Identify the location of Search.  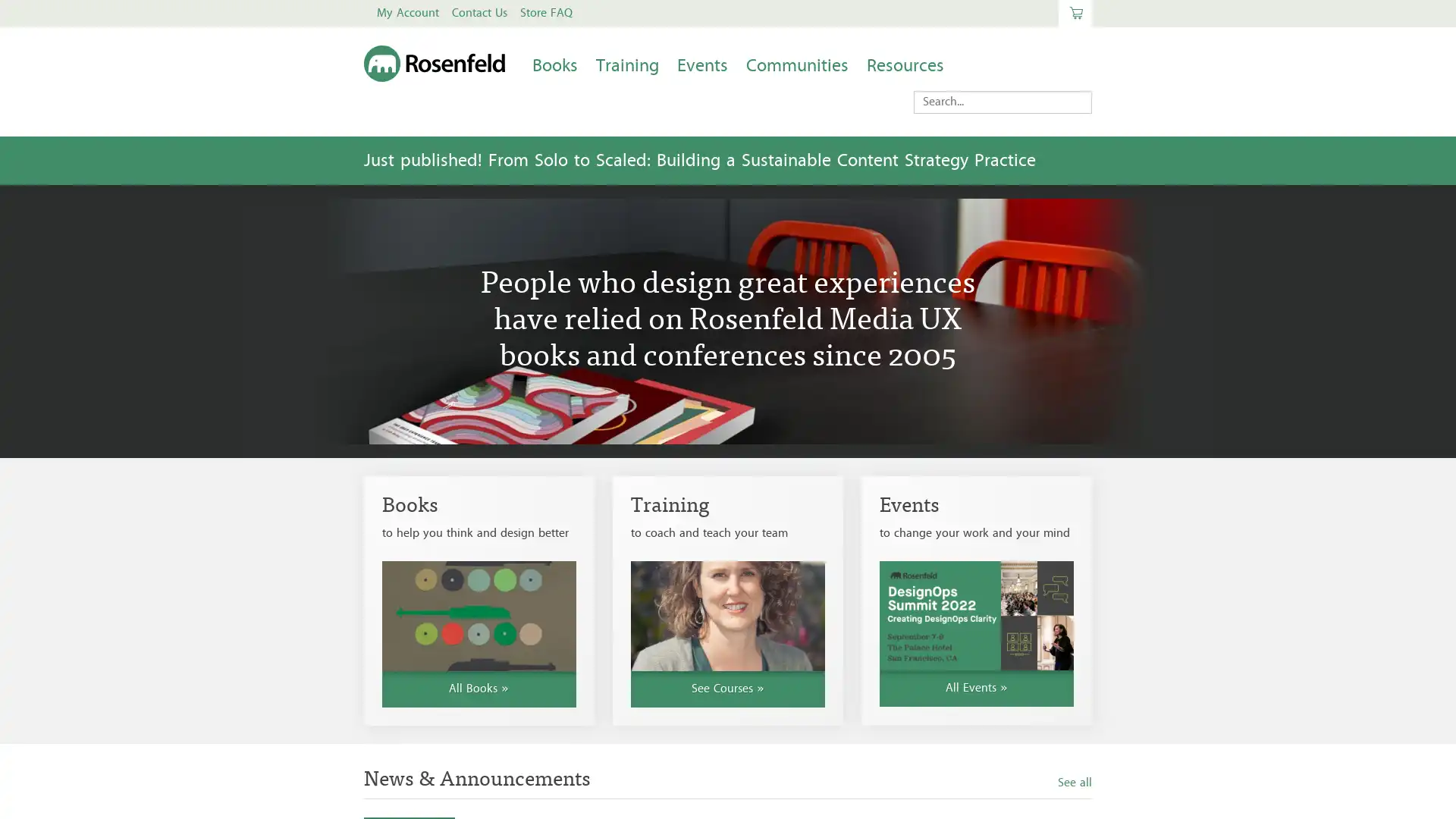
(930, 99).